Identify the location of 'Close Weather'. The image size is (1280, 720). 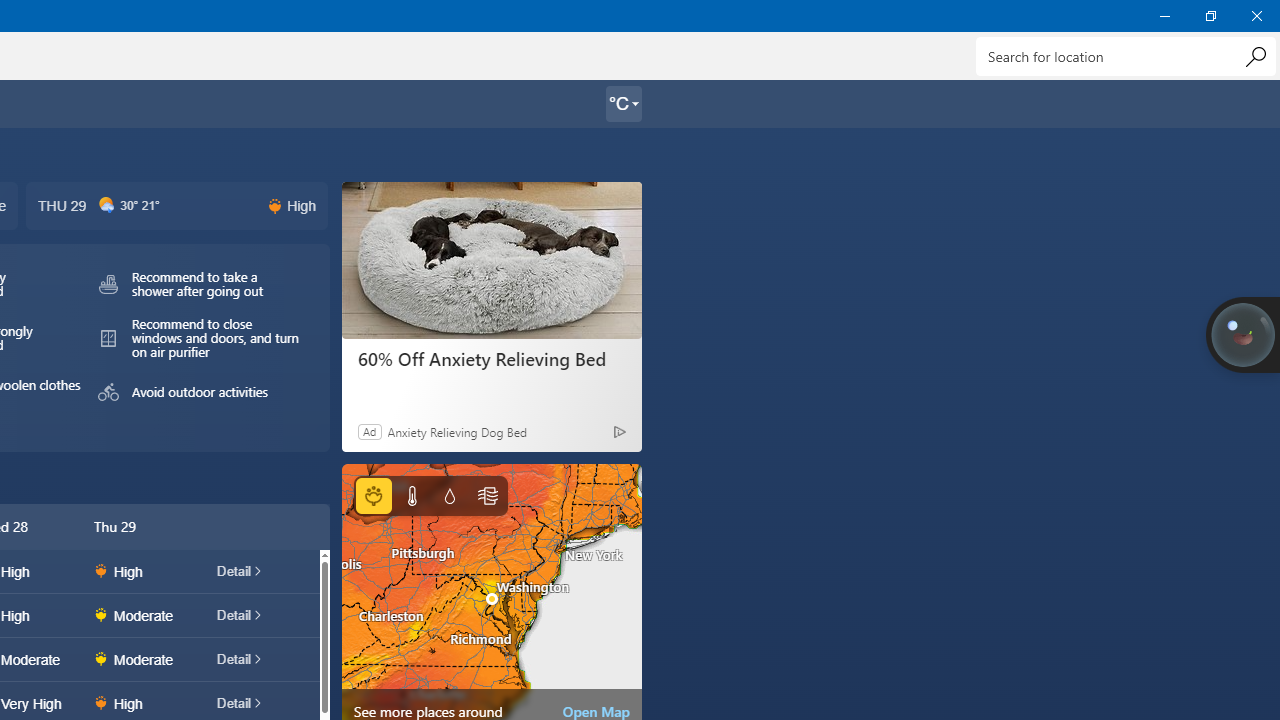
(1255, 15).